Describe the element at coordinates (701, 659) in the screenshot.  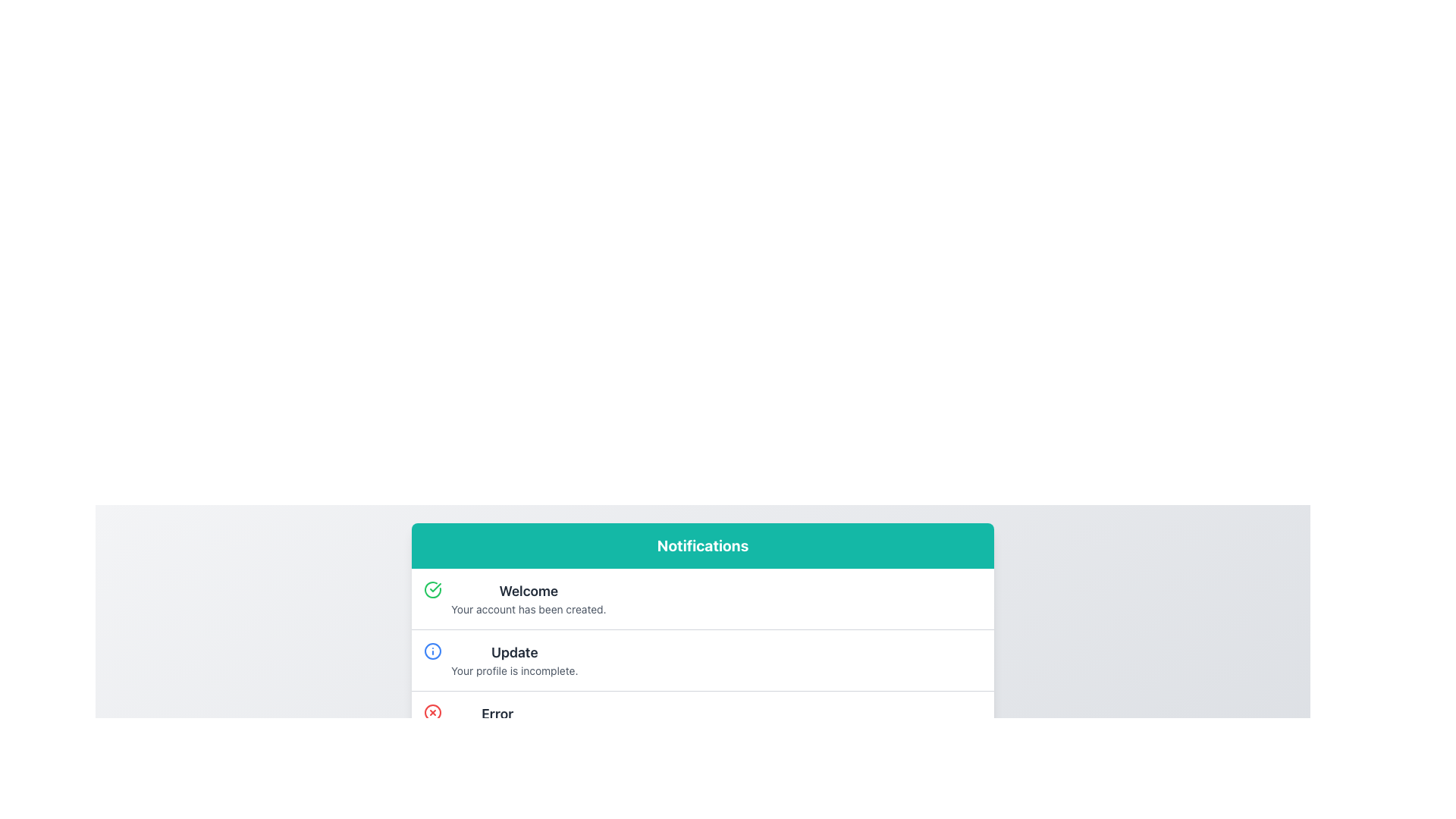
I see `the Notification Component that informs users about the incompleteness of their profile, positioned between the 'Welcome' and 'Error' notifications to interact with any linked elements` at that location.